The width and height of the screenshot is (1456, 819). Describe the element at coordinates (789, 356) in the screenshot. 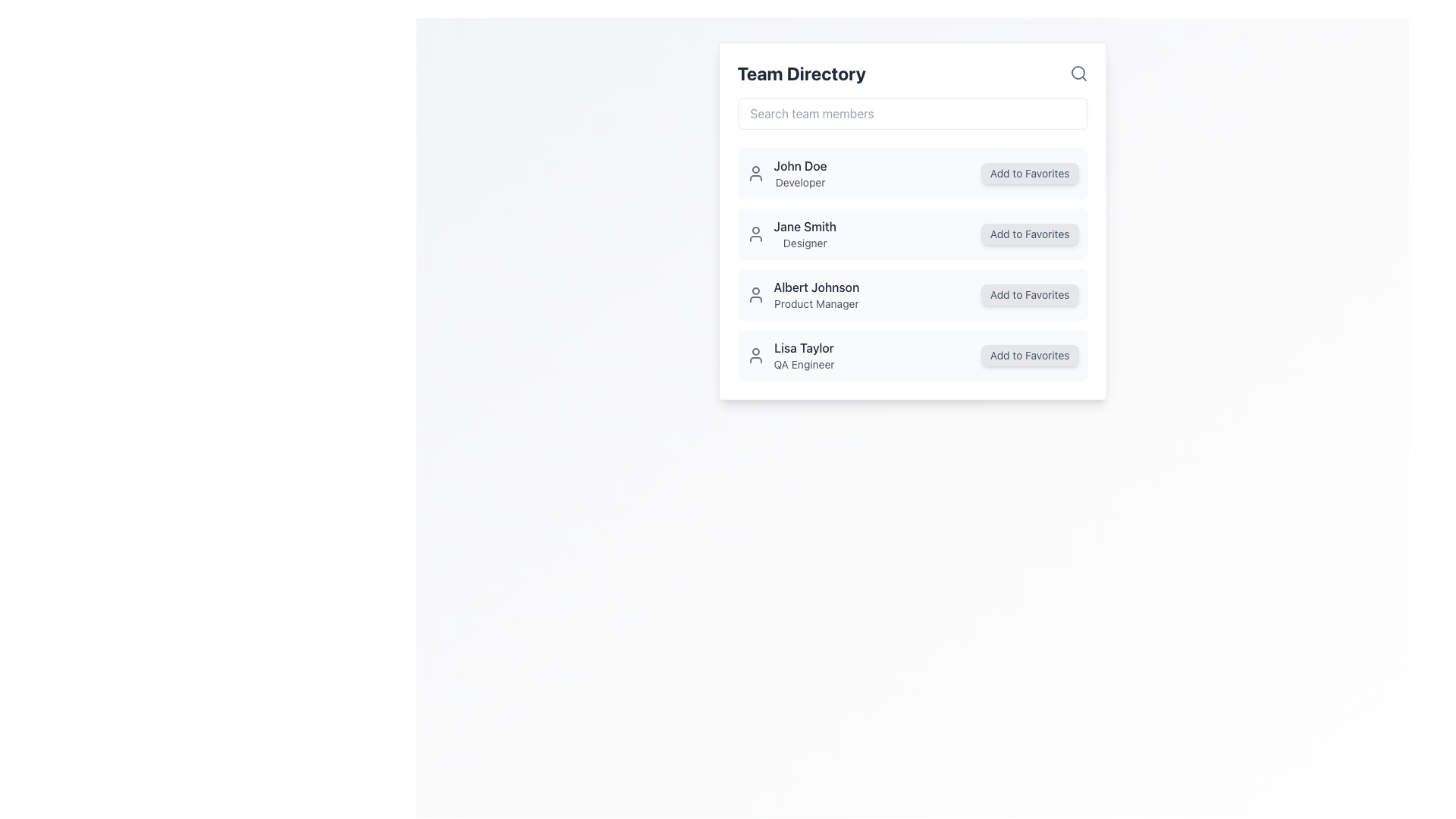

I see `the User profile display component located` at that location.